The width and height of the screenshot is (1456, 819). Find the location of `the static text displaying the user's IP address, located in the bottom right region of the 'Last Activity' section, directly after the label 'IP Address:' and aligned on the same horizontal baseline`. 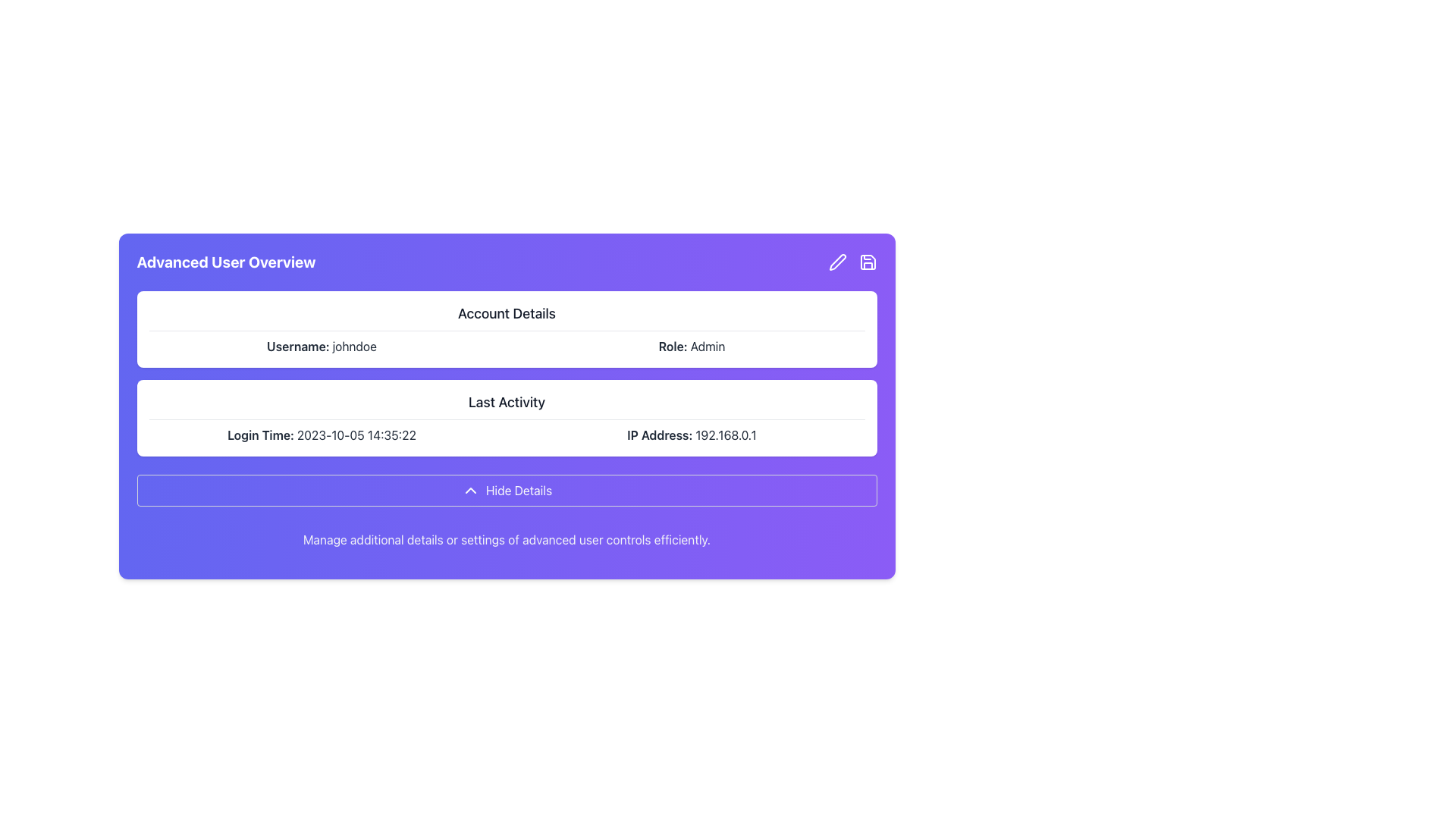

the static text displaying the user's IP address, located in the bottom right region of the 'Last Activity' section, directly after the label 'IP Address:' and aligned on the same horizontal baseline is located at coordinates (725, 435).